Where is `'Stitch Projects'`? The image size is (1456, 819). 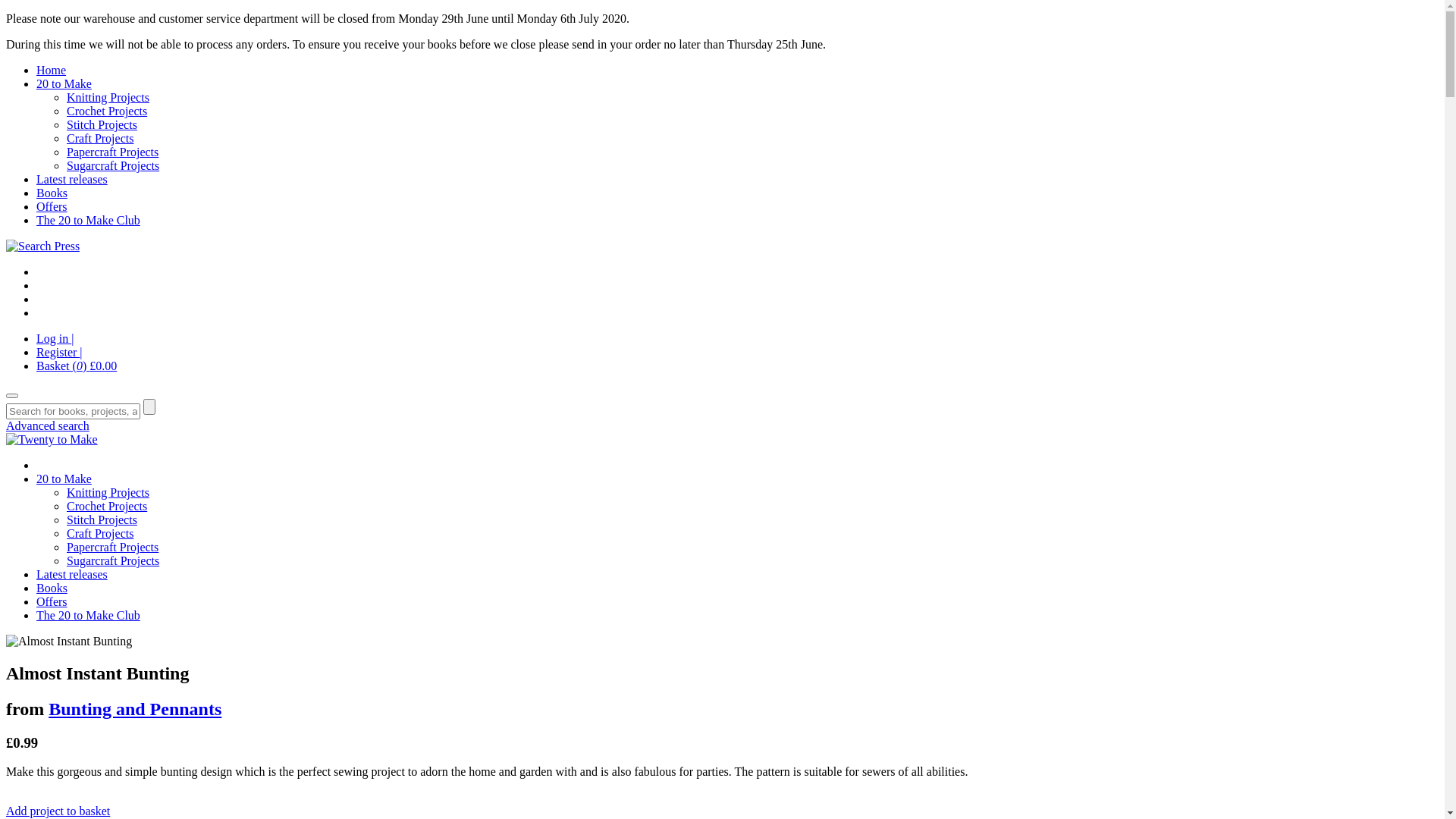
'Stitch Projects' is located at coordinates (101, 519).